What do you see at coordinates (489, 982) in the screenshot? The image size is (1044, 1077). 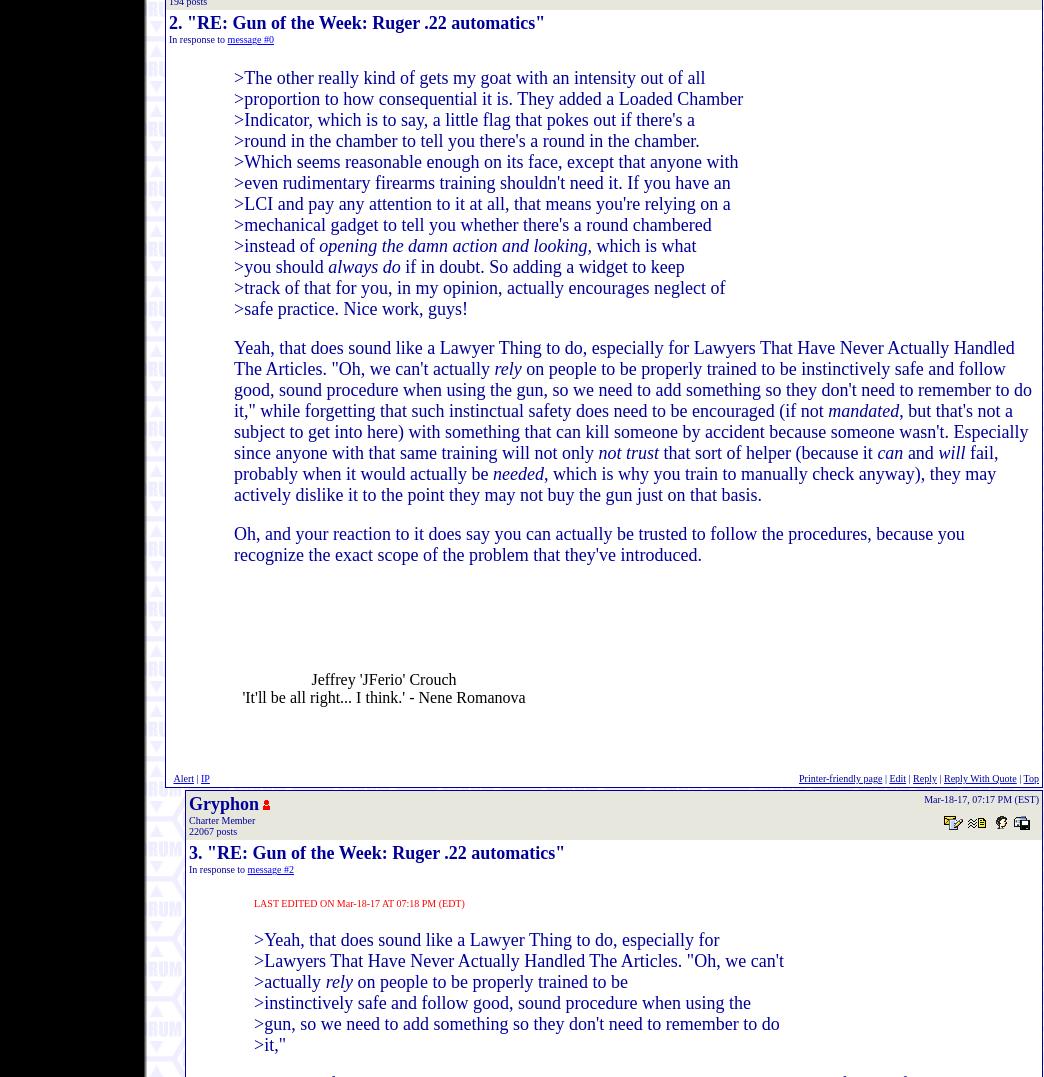 I see `'on people to be properly trained to be'` at bounding box center [489, 982].